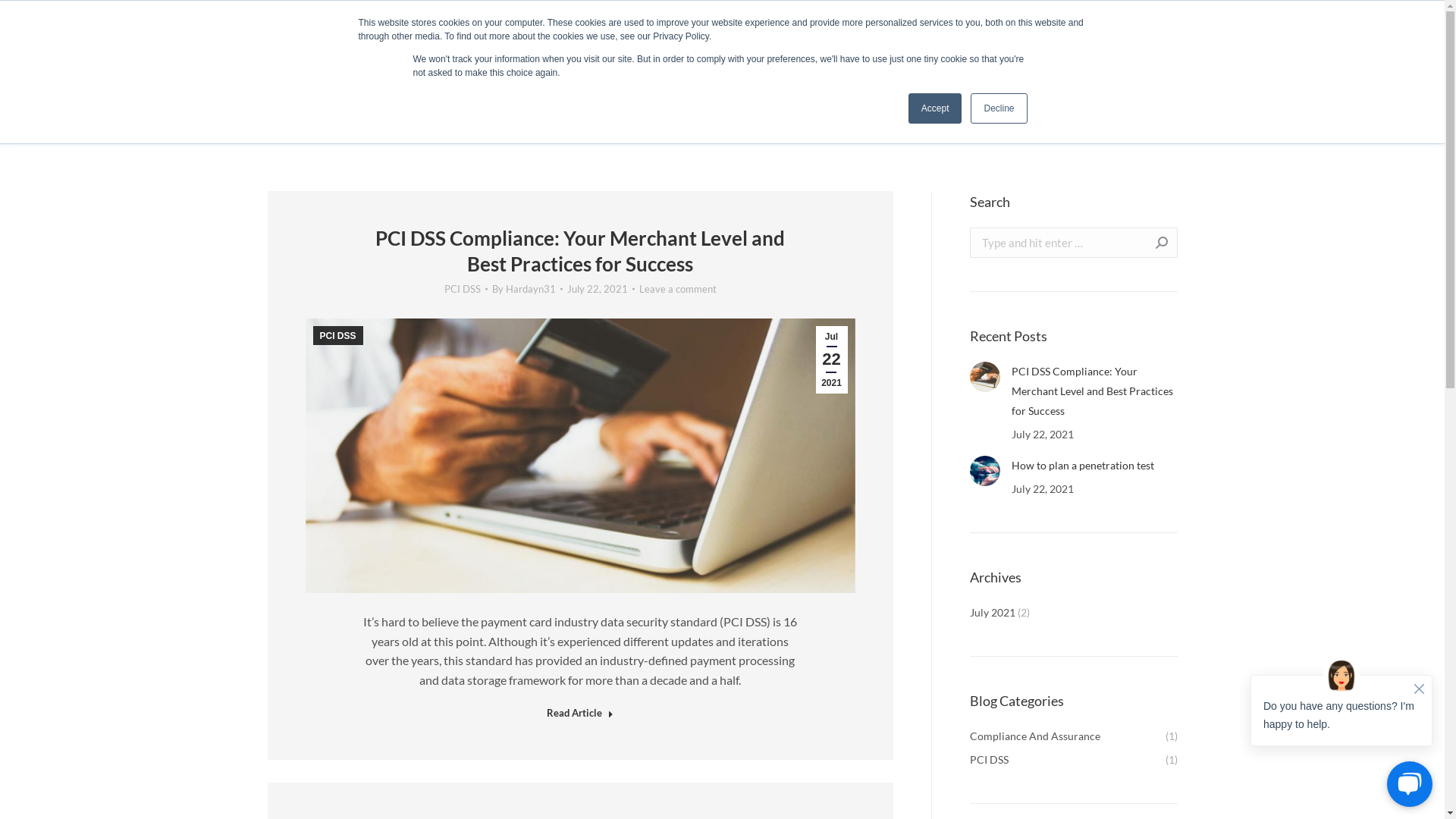 The image size is (1456, 819). What do you see at coordinates (1139, 242) in the screenshot?
I see `'Go!'` at bounding box center [1139, 242].